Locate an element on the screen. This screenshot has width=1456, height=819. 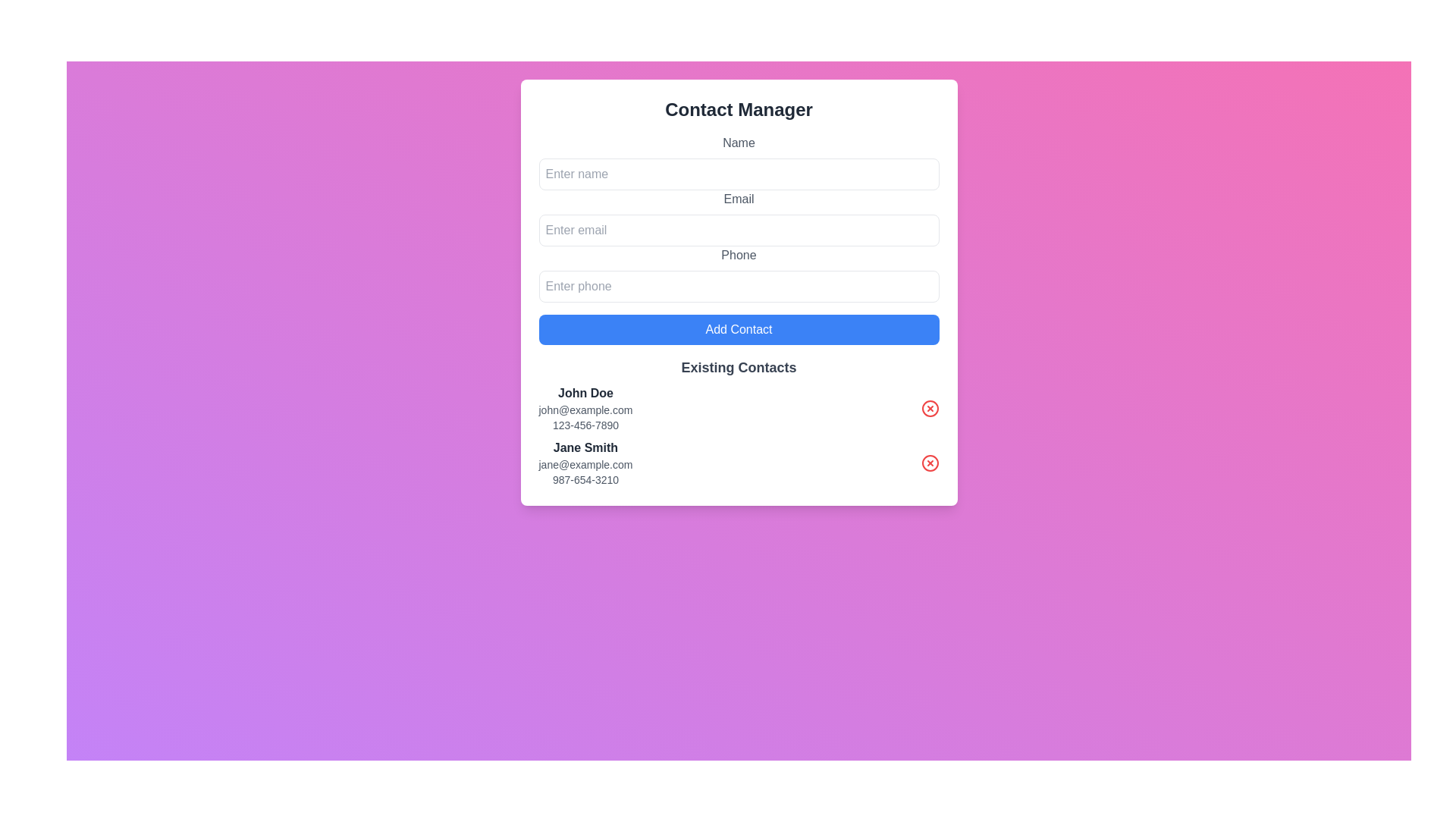
the Text Label that serves as a header for the 'Existing Contacts' section, positioned below the 'Add Contact' button and above the contact entries is located at coordinates (739, 368).